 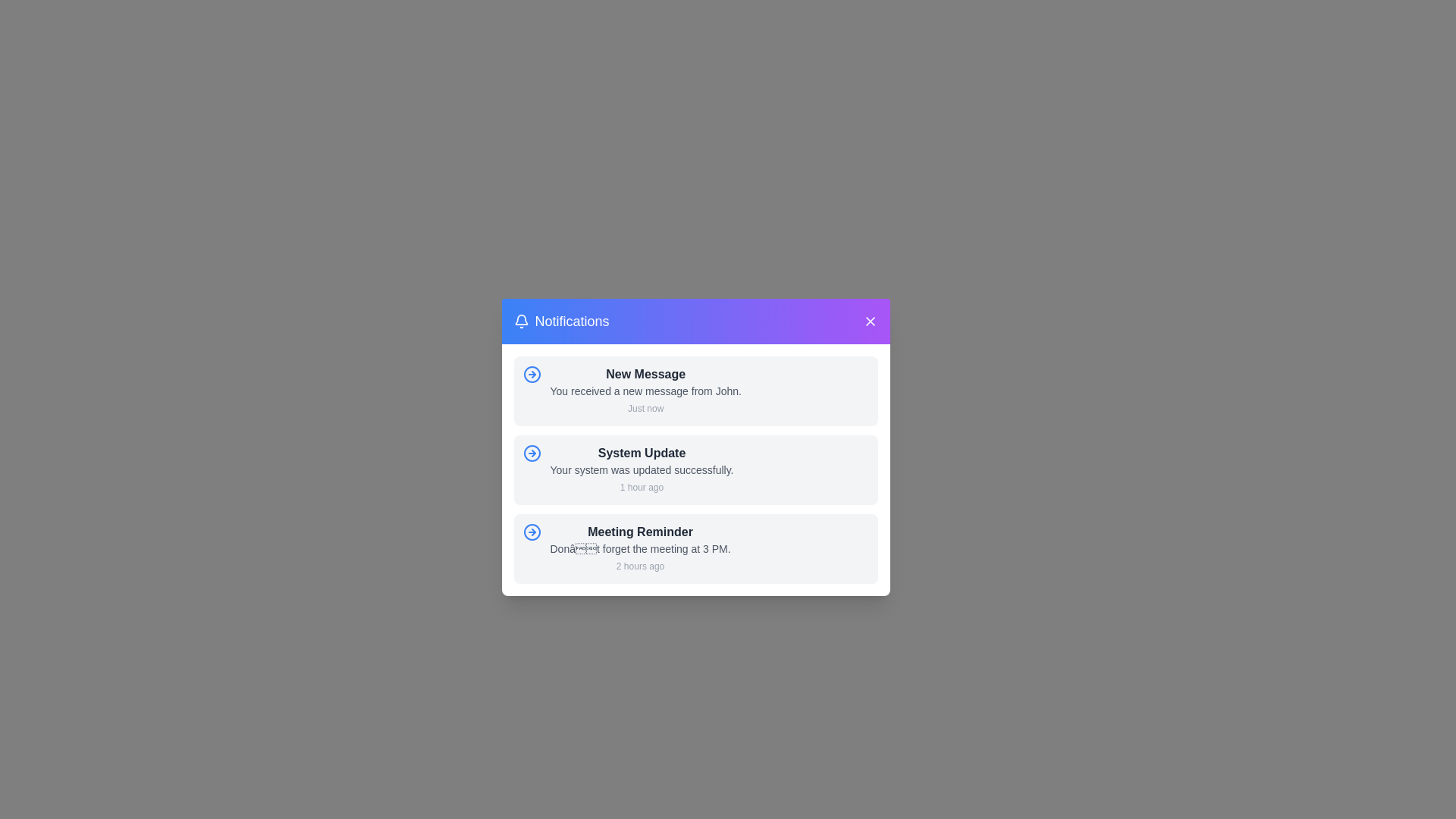 I want to click on the circular SVG element that is part of the icon on the left side of the 'New Message' list item in the notification panel, so click(x=532, y=452).